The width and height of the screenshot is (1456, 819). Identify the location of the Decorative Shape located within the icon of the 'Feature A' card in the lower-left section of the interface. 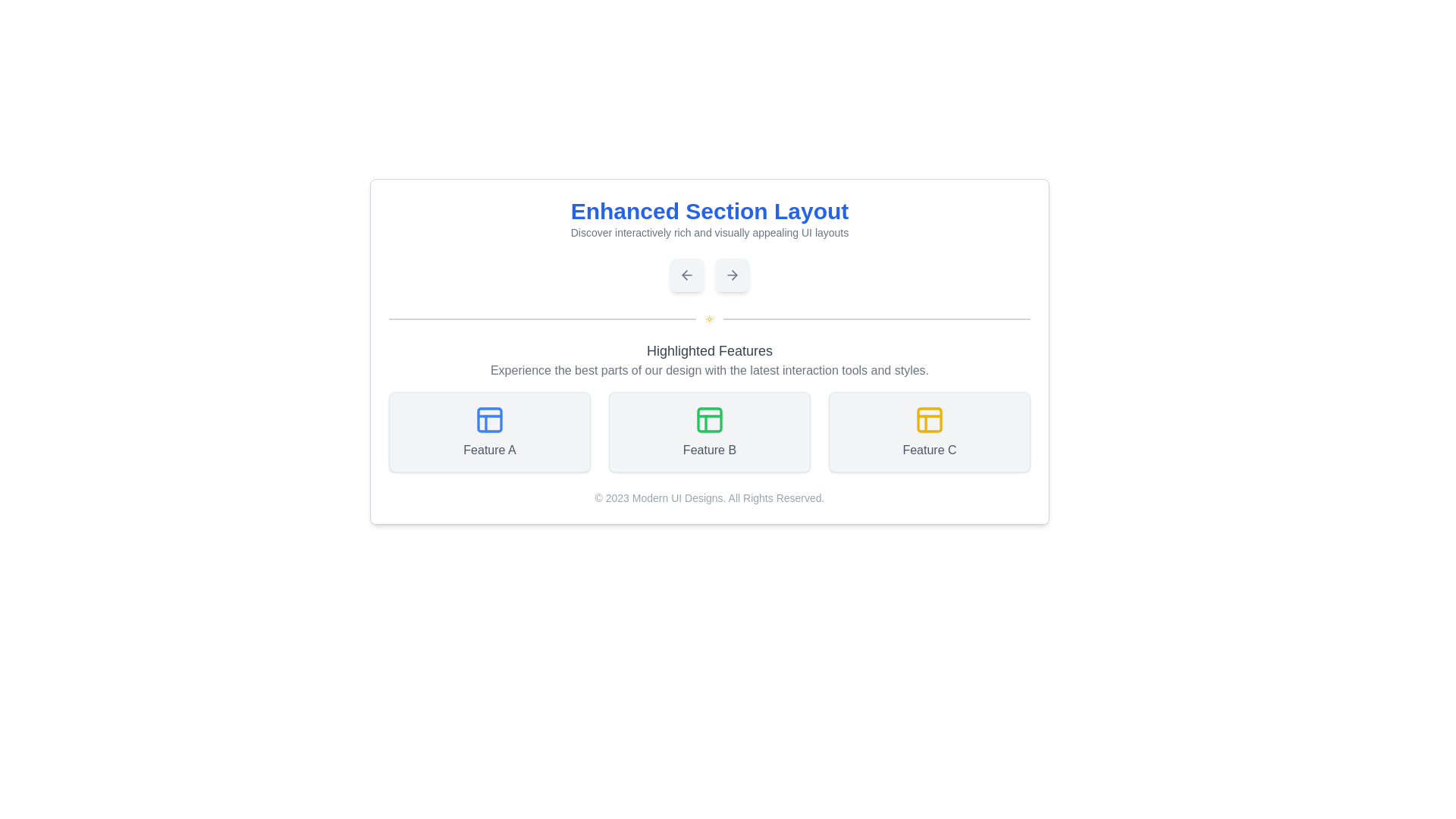
(490, 420).